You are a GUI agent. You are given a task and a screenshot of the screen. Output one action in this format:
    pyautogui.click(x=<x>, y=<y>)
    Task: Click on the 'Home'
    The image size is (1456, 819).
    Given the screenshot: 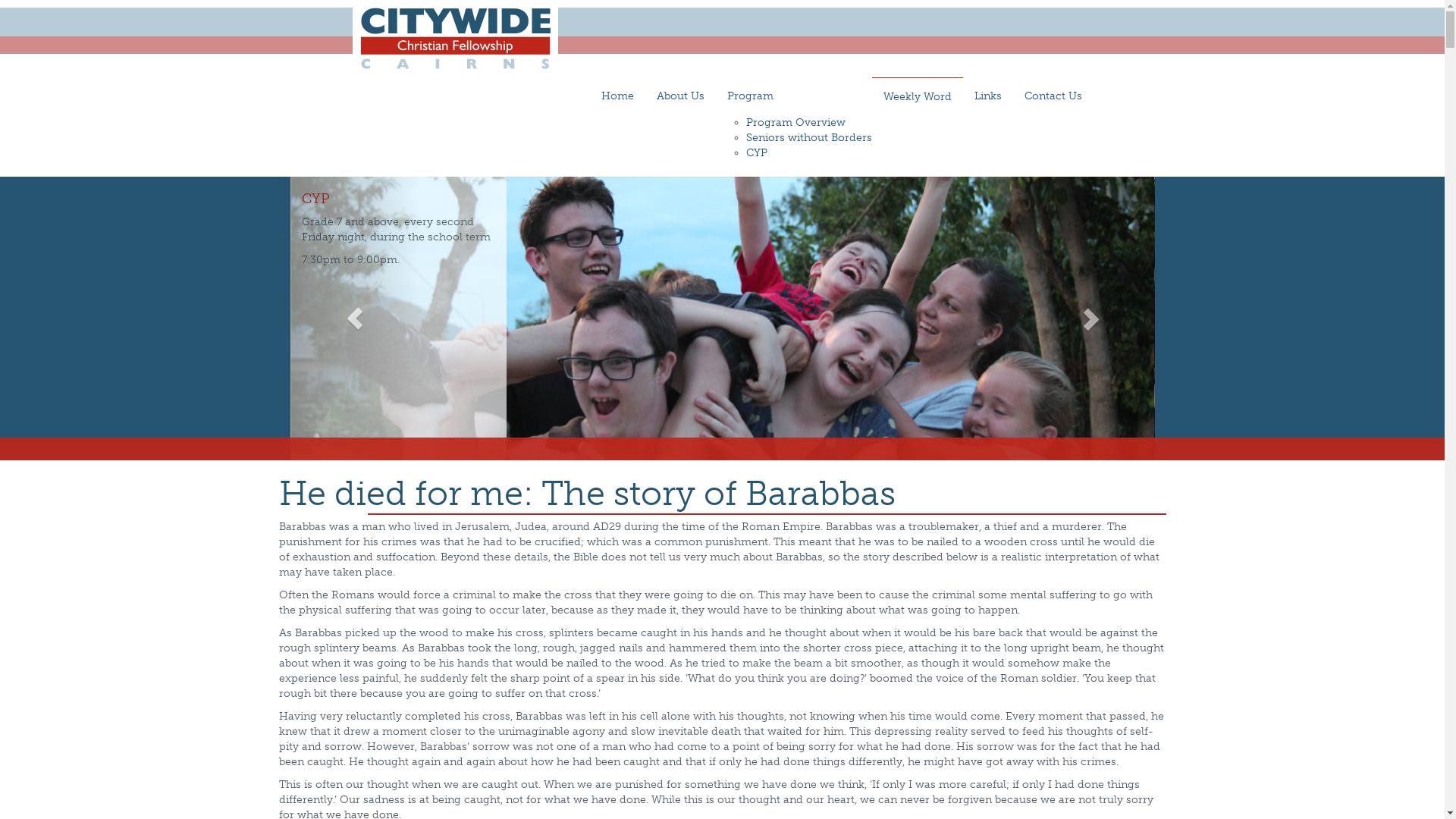 What is the action you would take?
    pyautogui.click(x=617, y=96)
    